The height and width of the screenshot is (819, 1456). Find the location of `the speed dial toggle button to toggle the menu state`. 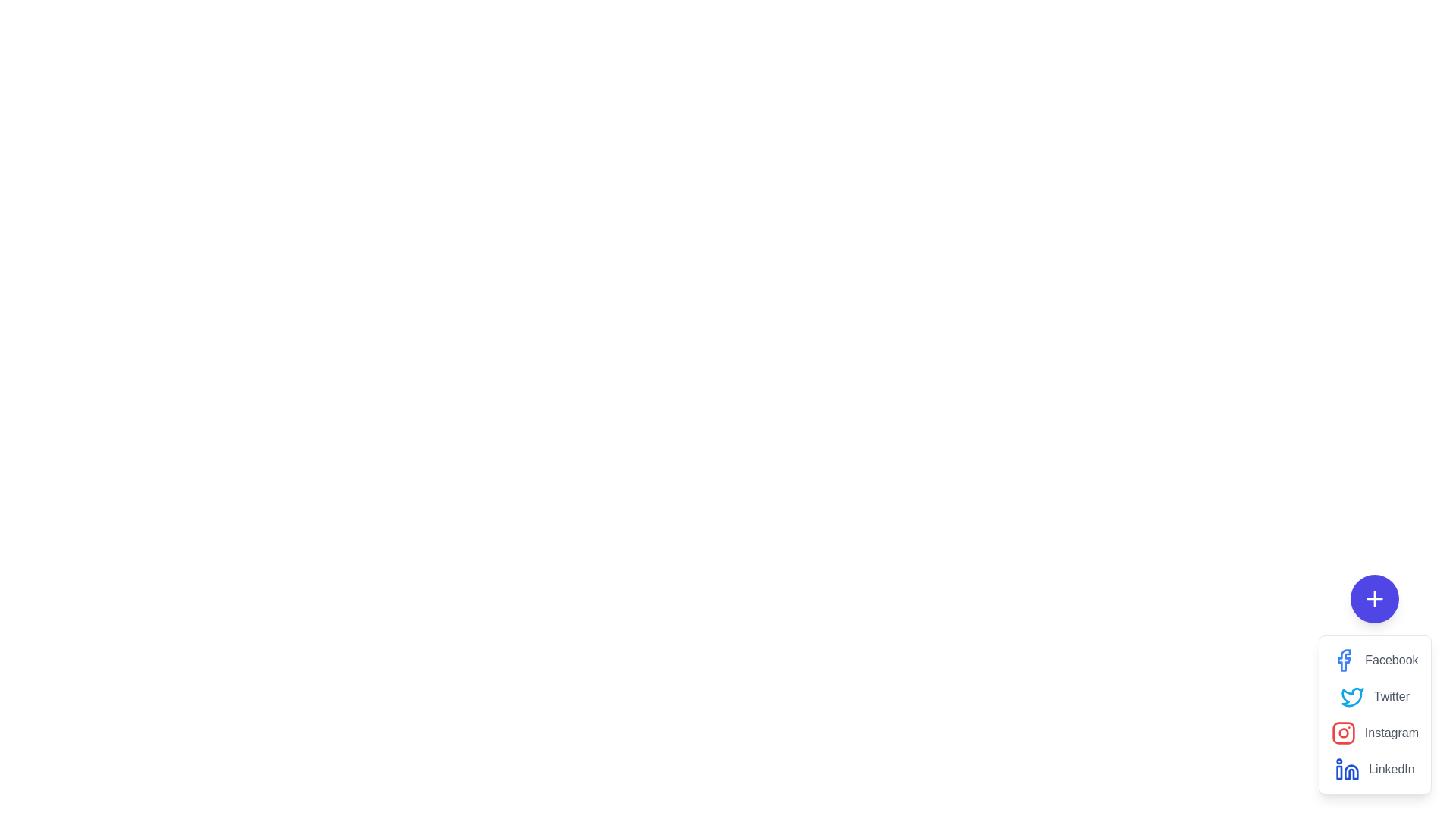

the speed dial toggle button to toggle the menu state is located at coordinates (1375, 598).